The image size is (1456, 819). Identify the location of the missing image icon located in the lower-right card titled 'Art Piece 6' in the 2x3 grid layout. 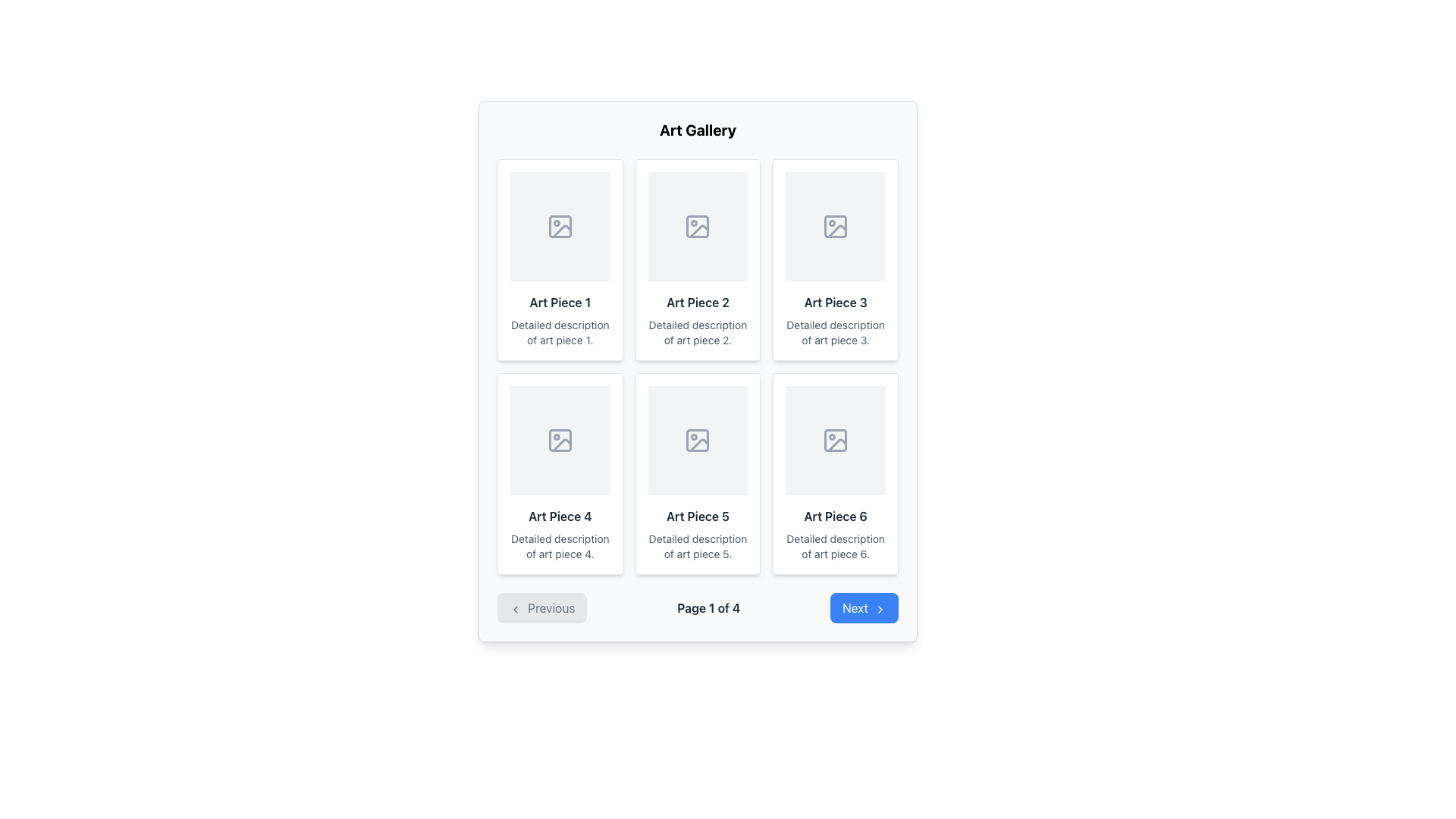
(836, 444).